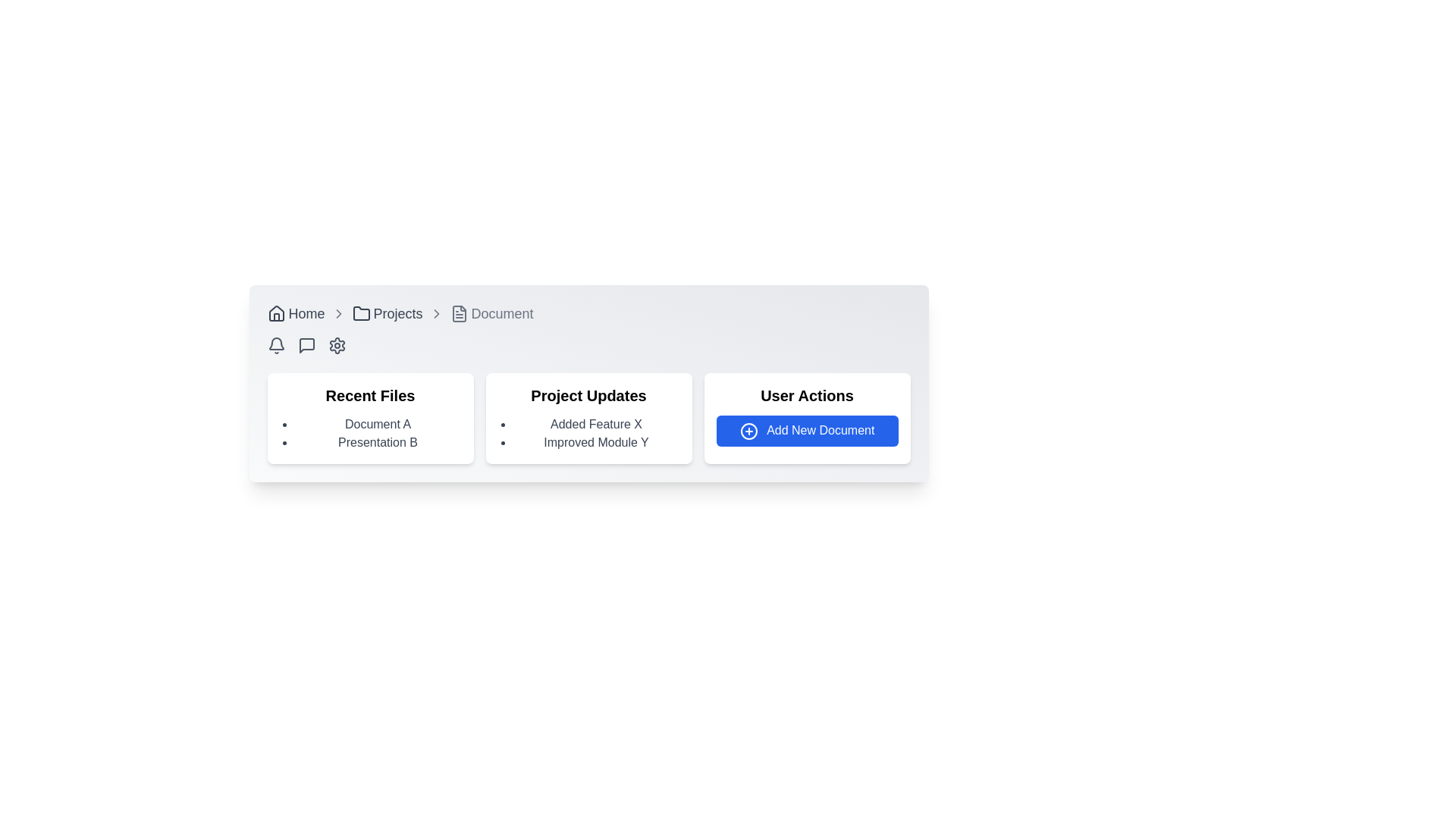 This screenshot has height=819, width=1456. What do you see at coordinates (458, 312) in the screenshot?
I see `the document file icon located in the breadcrumb navigation bar, adjacent to the 'Document' label` at bounding box center [458, 312].